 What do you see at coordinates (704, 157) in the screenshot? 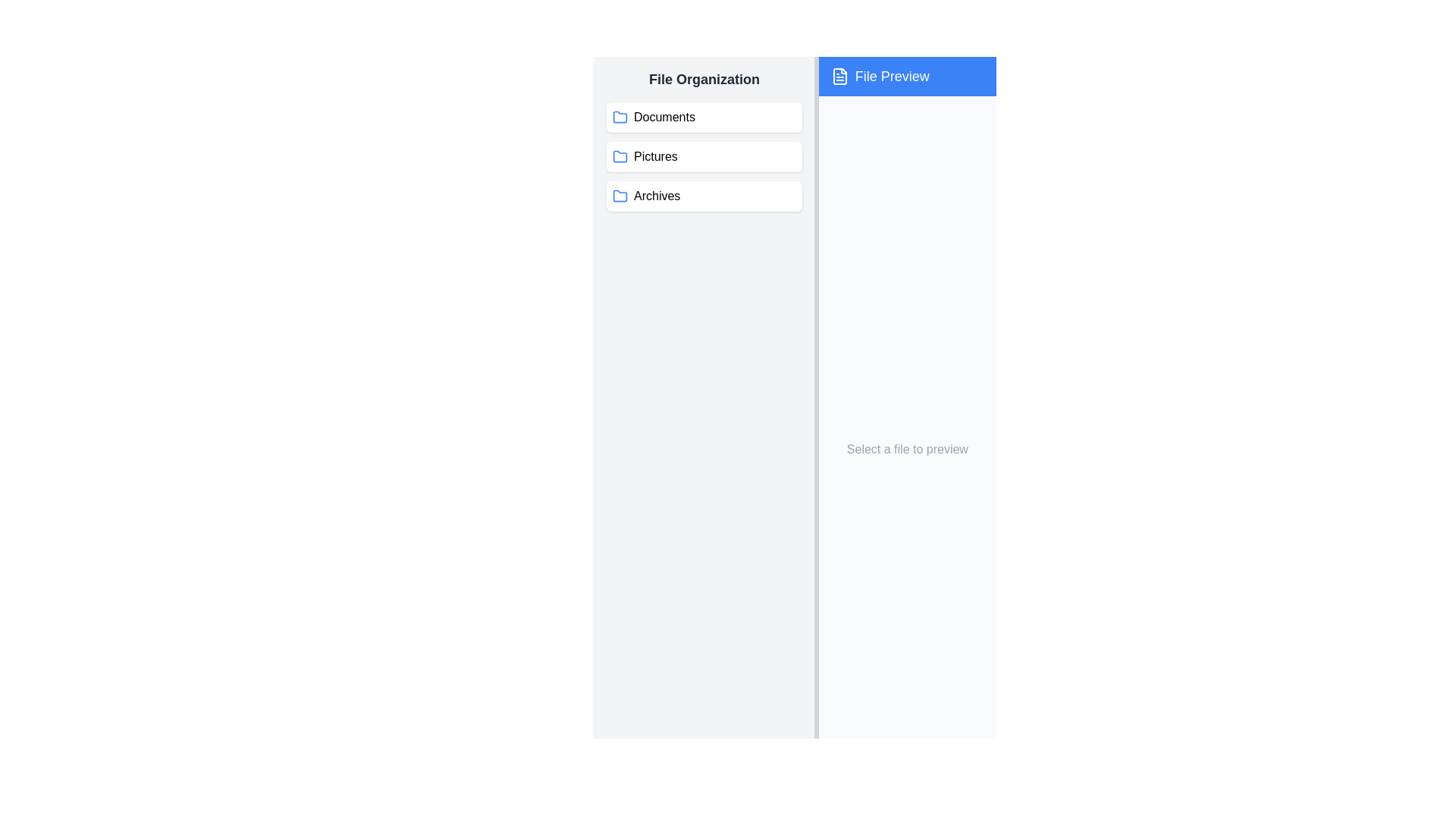
I see `the navigational button labeled 'Pictures' located within the 'File Organization' section` at bounding box center [704, 157].